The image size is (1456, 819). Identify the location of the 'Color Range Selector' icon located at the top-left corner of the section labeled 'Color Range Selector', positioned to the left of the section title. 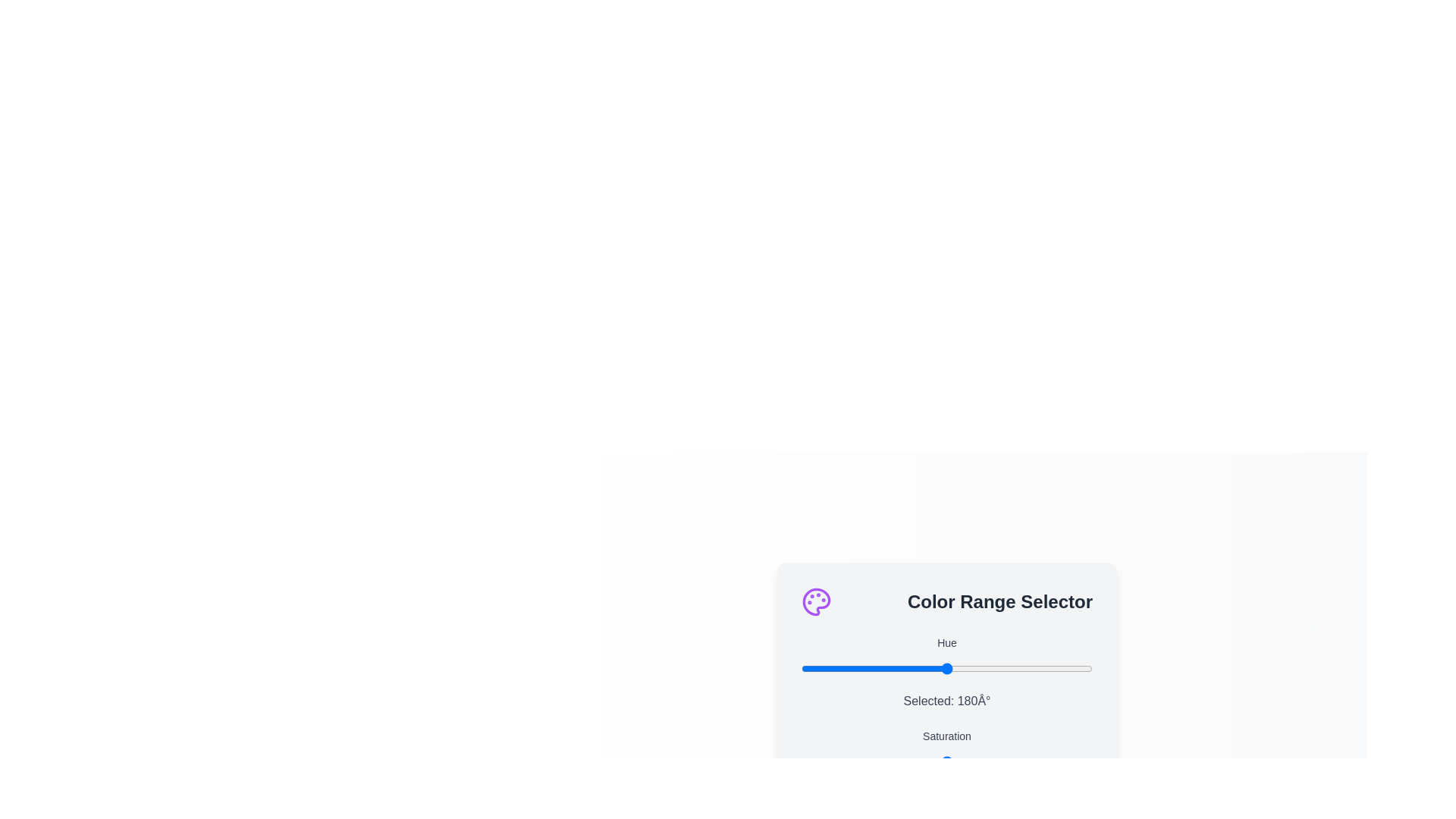
(815, 601).